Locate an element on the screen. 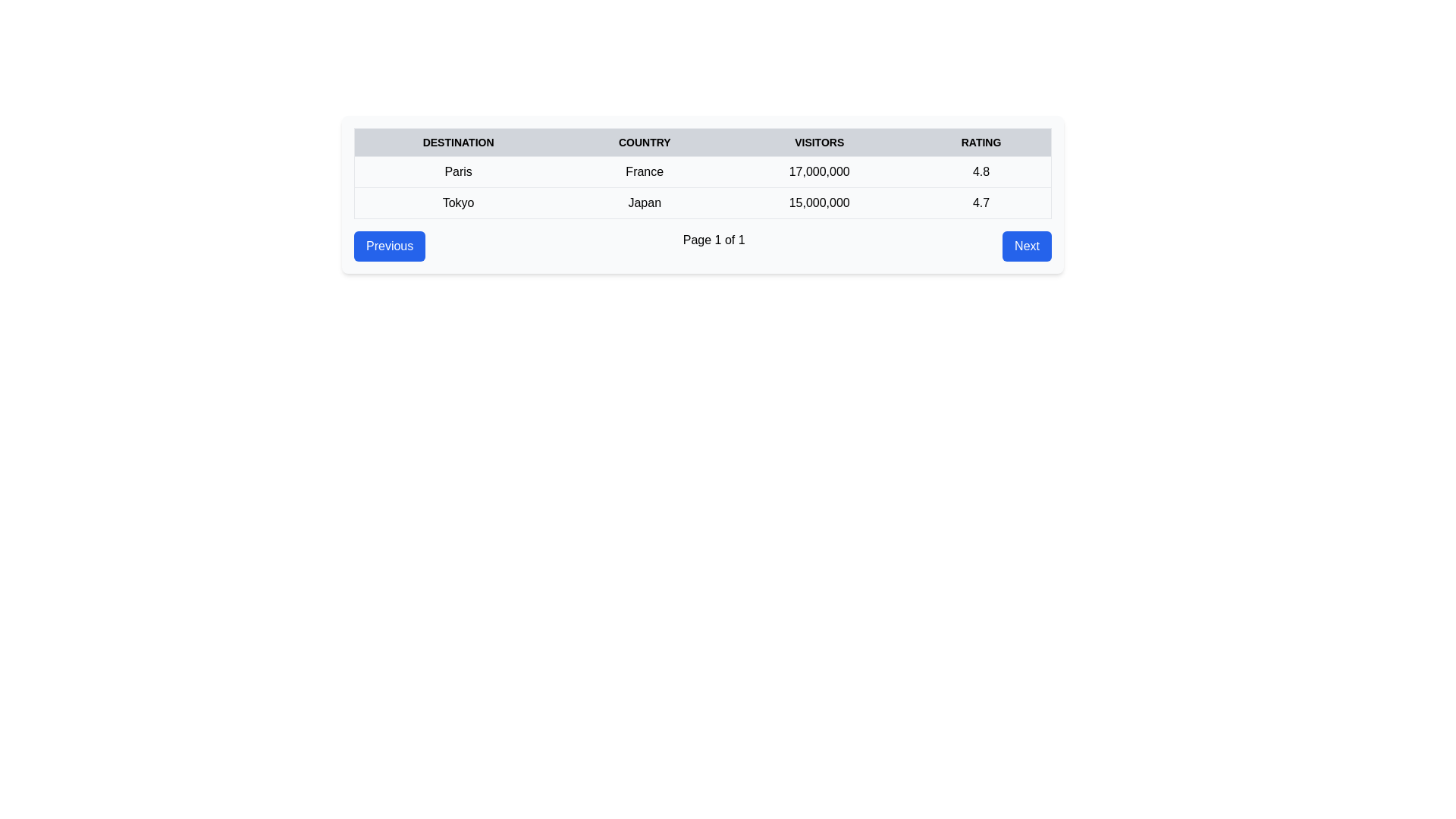 Image resolution: width=1456 pixels, height=819 pixels. the text label 'Tokyo' displayed in the first column of the second row of a table, which is styled with bold black text and centered alignment is located at coordinates (457, 202).